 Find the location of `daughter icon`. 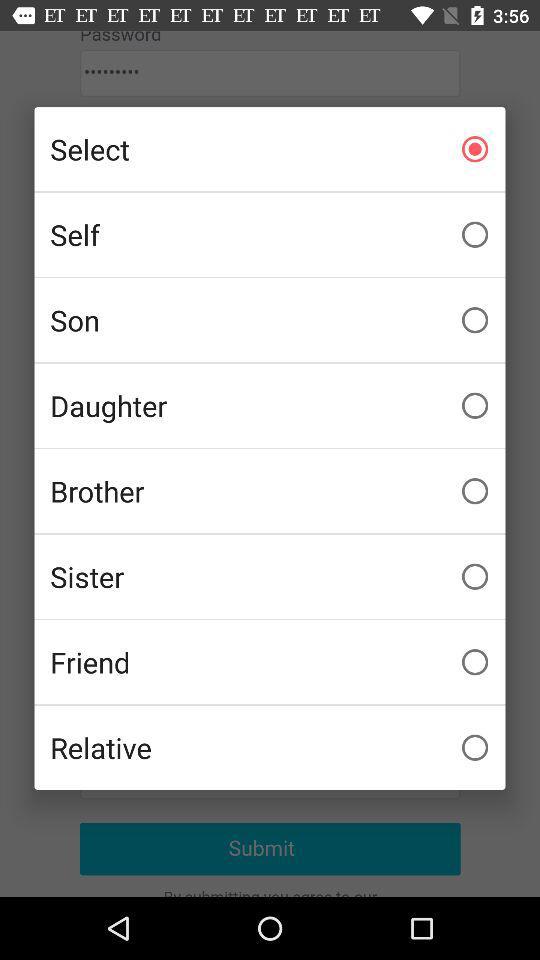

daughter icon is located at coordinates (270, 404).